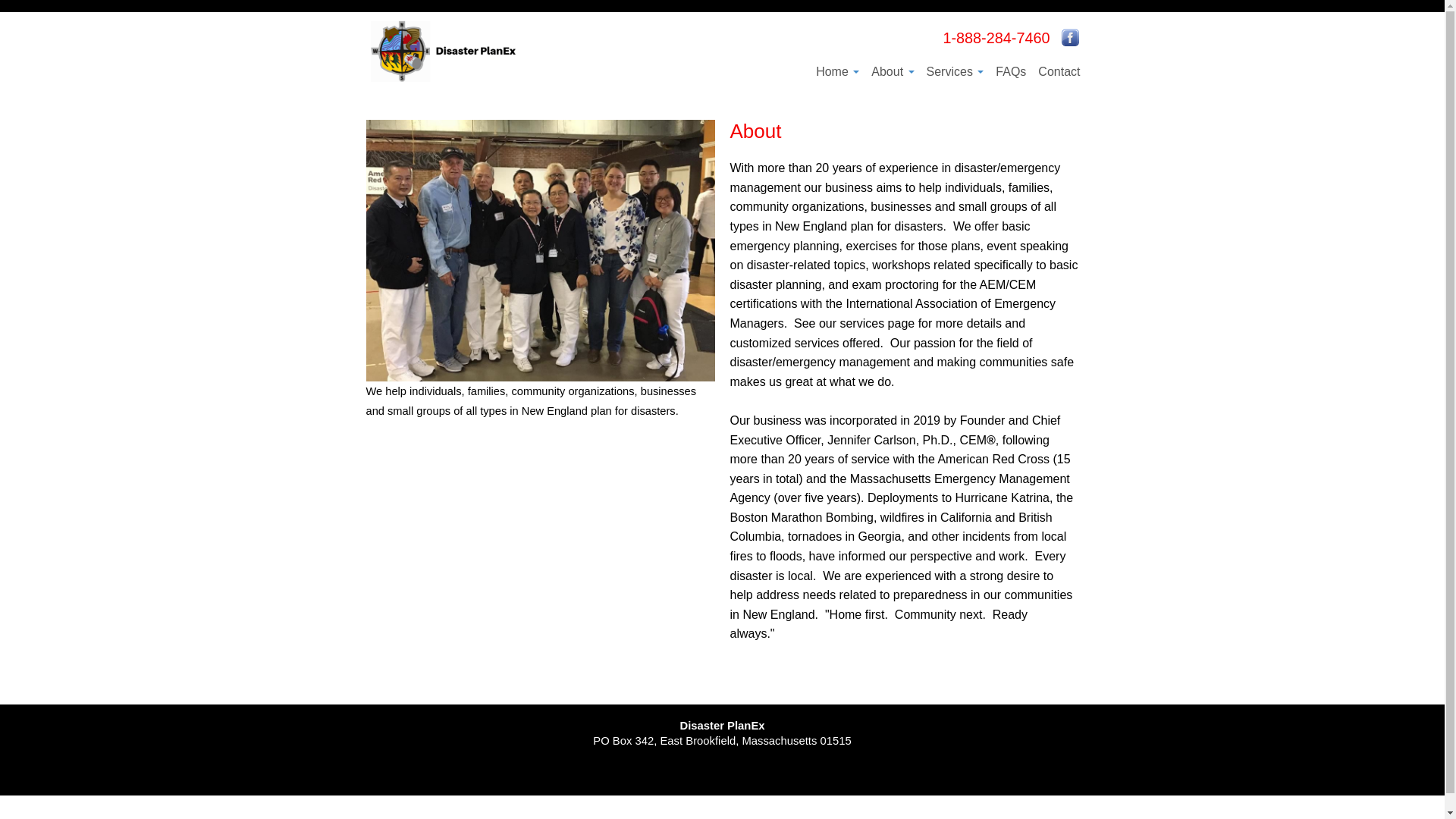 Image resolution: width=1456 pixels, height=819 pixels. I want to click on 'FAQs', so click(990, 71).